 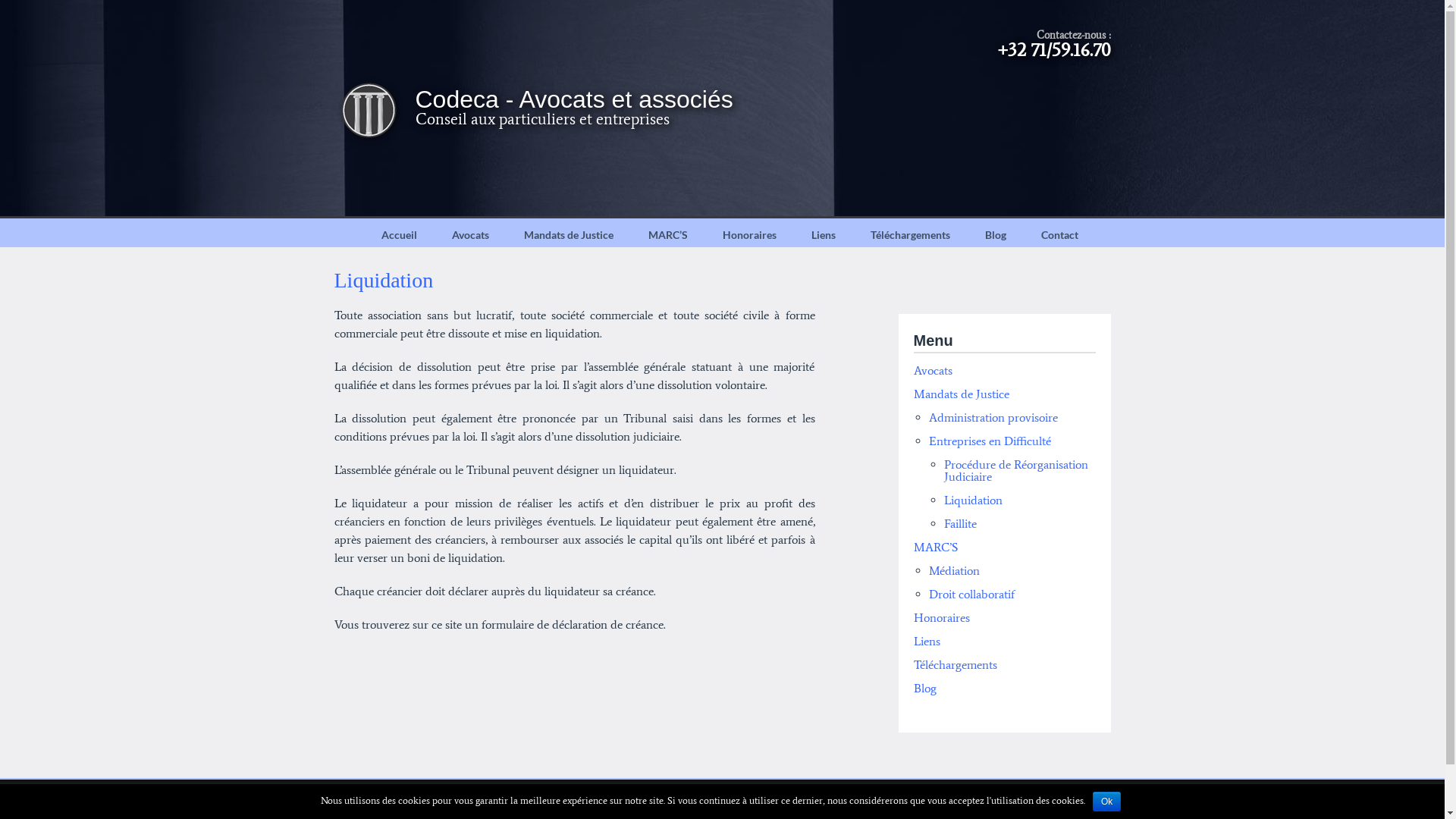 What do you see at coordinates (567, 234) in the screenshot?
I see `'Mandats de Justice'` at bounding box center [567, 234].